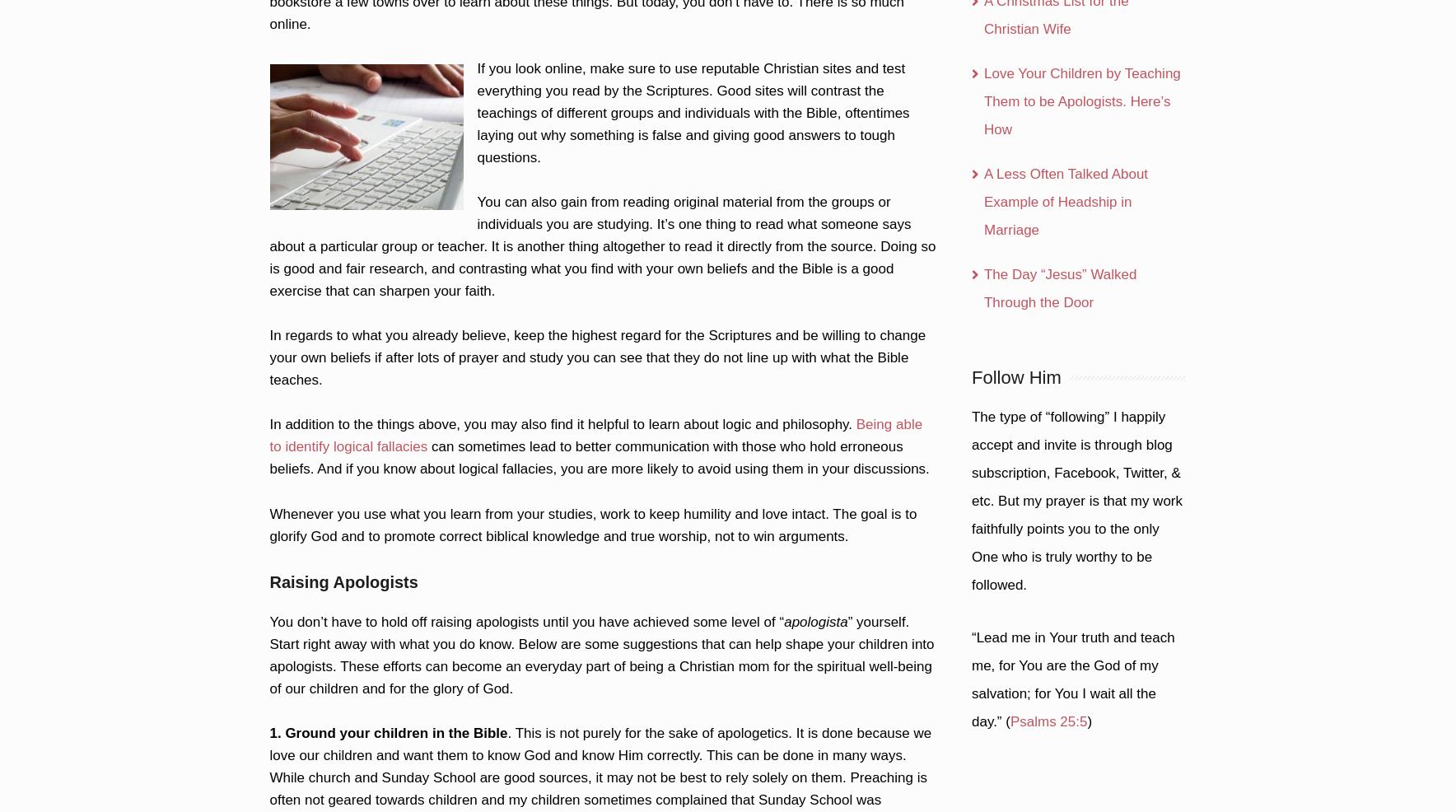 The image size is (1456, 812). What do you see at coordinates (971, 377) in the screenshot?
I see `'Follow Him'` at bounding box center [971, 377].